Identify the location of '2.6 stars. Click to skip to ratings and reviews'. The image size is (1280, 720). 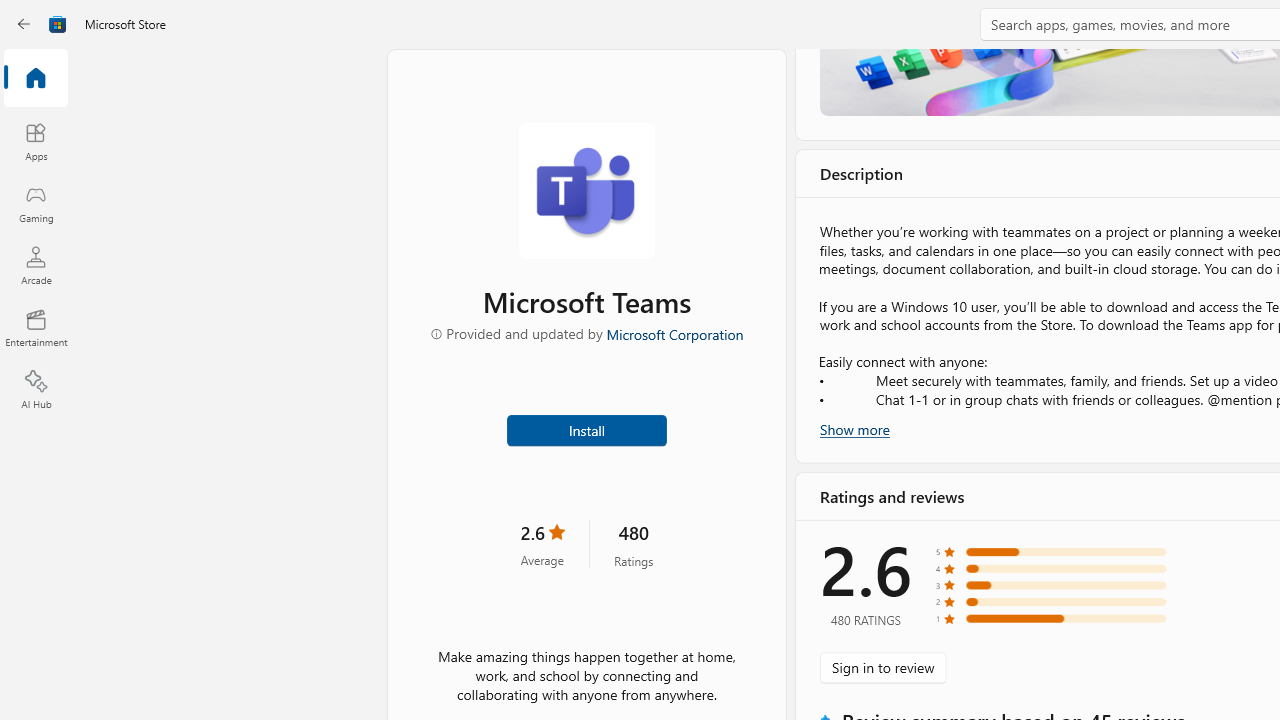
(542, 543).